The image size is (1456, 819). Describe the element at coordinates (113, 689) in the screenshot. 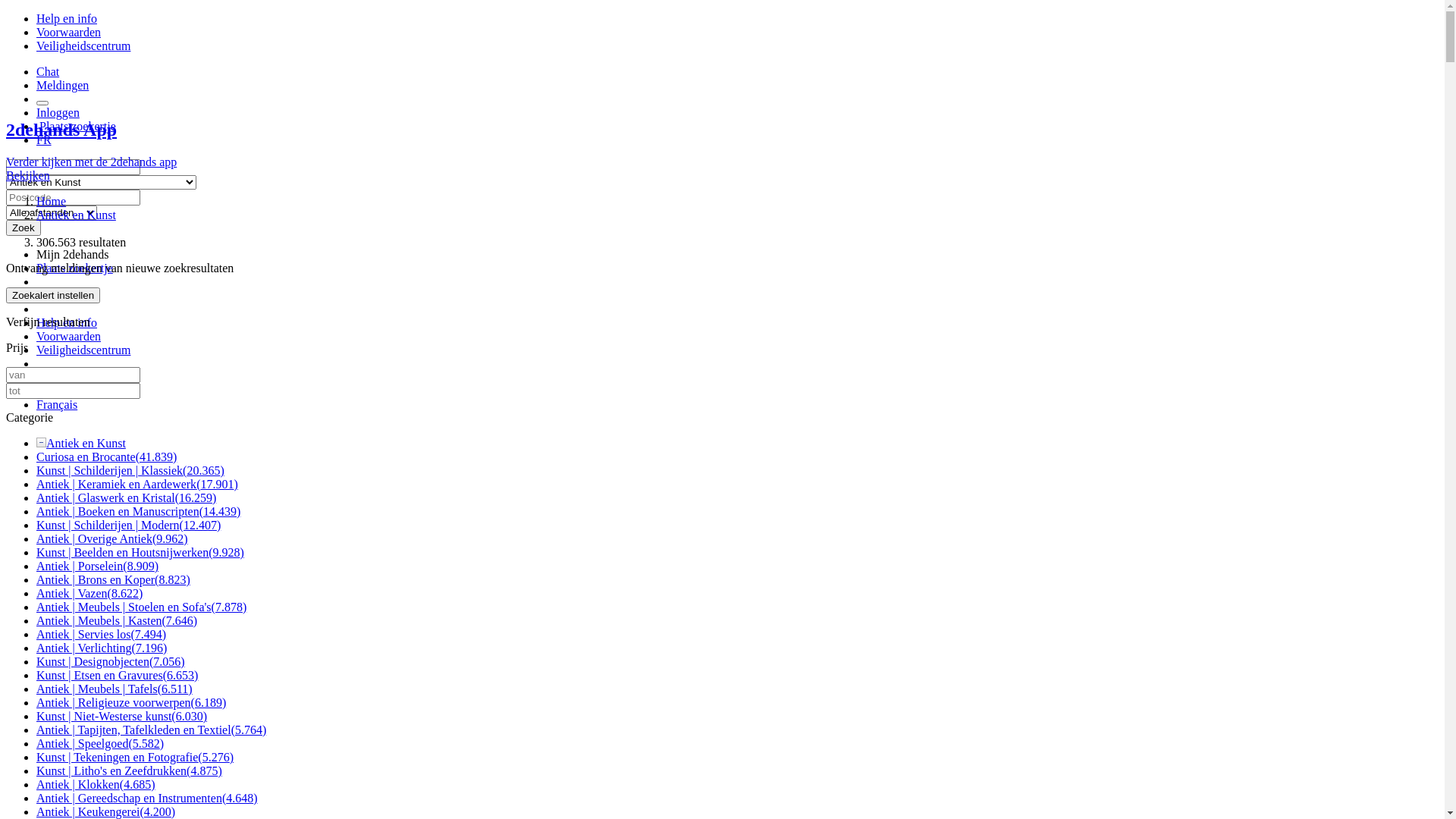

I see `'Antiek | Meubels | Tafels(6.511)'` at that location.